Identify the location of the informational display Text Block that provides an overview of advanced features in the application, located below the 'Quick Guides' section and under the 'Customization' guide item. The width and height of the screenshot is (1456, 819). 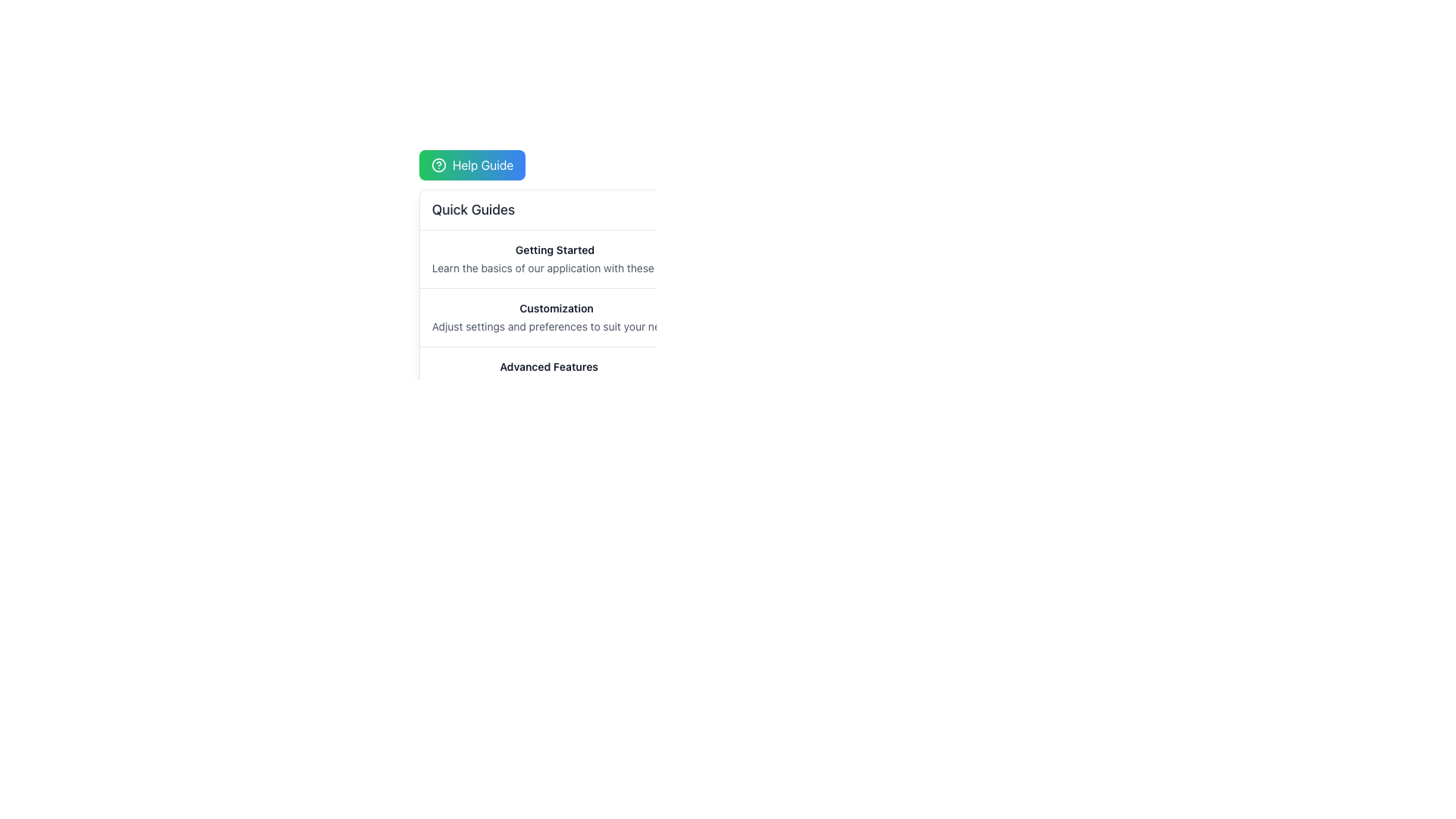
(548, 375).